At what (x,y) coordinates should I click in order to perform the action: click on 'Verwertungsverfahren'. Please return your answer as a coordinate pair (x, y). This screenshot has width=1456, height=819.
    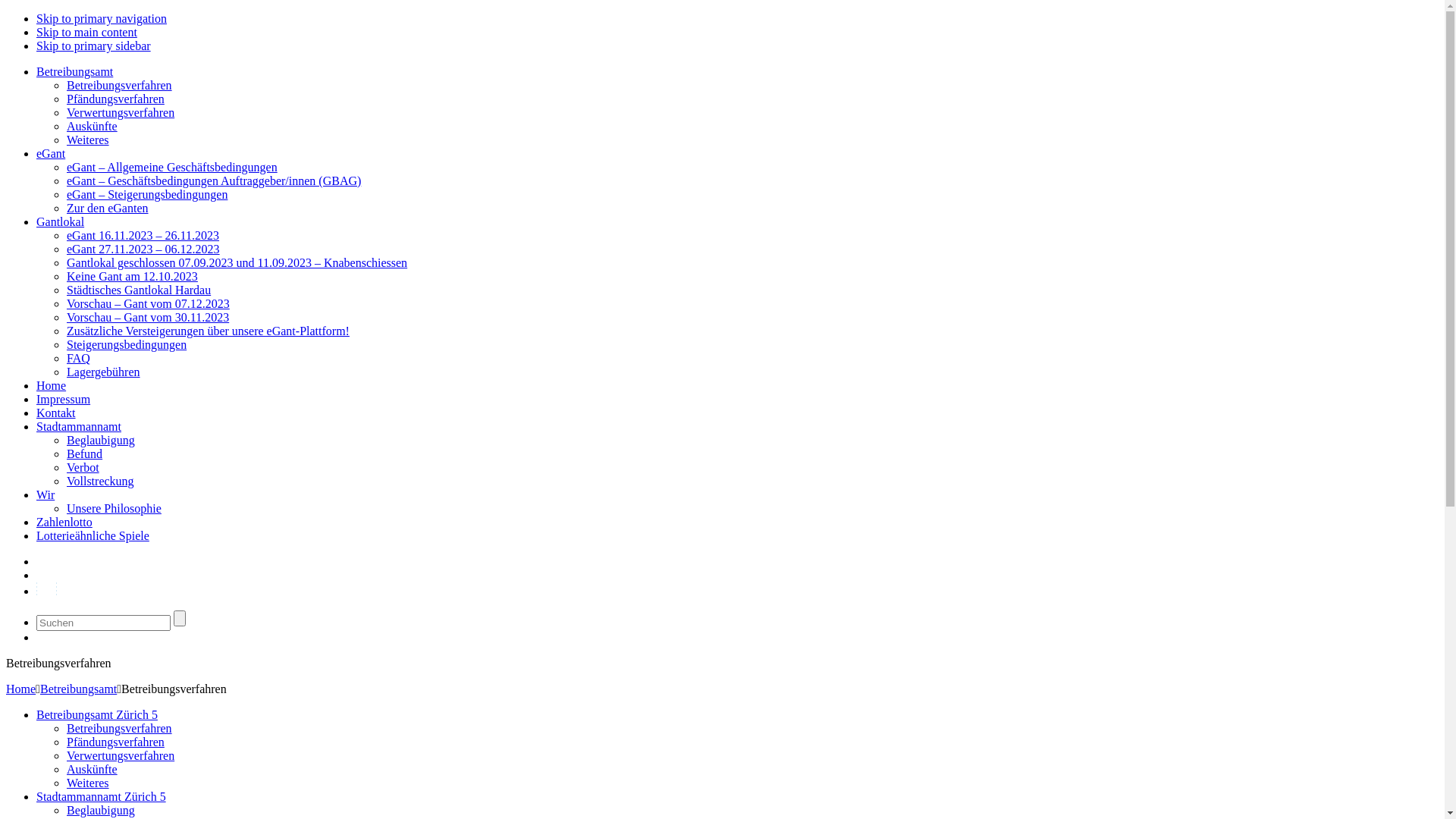
    Looking at the image, I should click on (119, 111).